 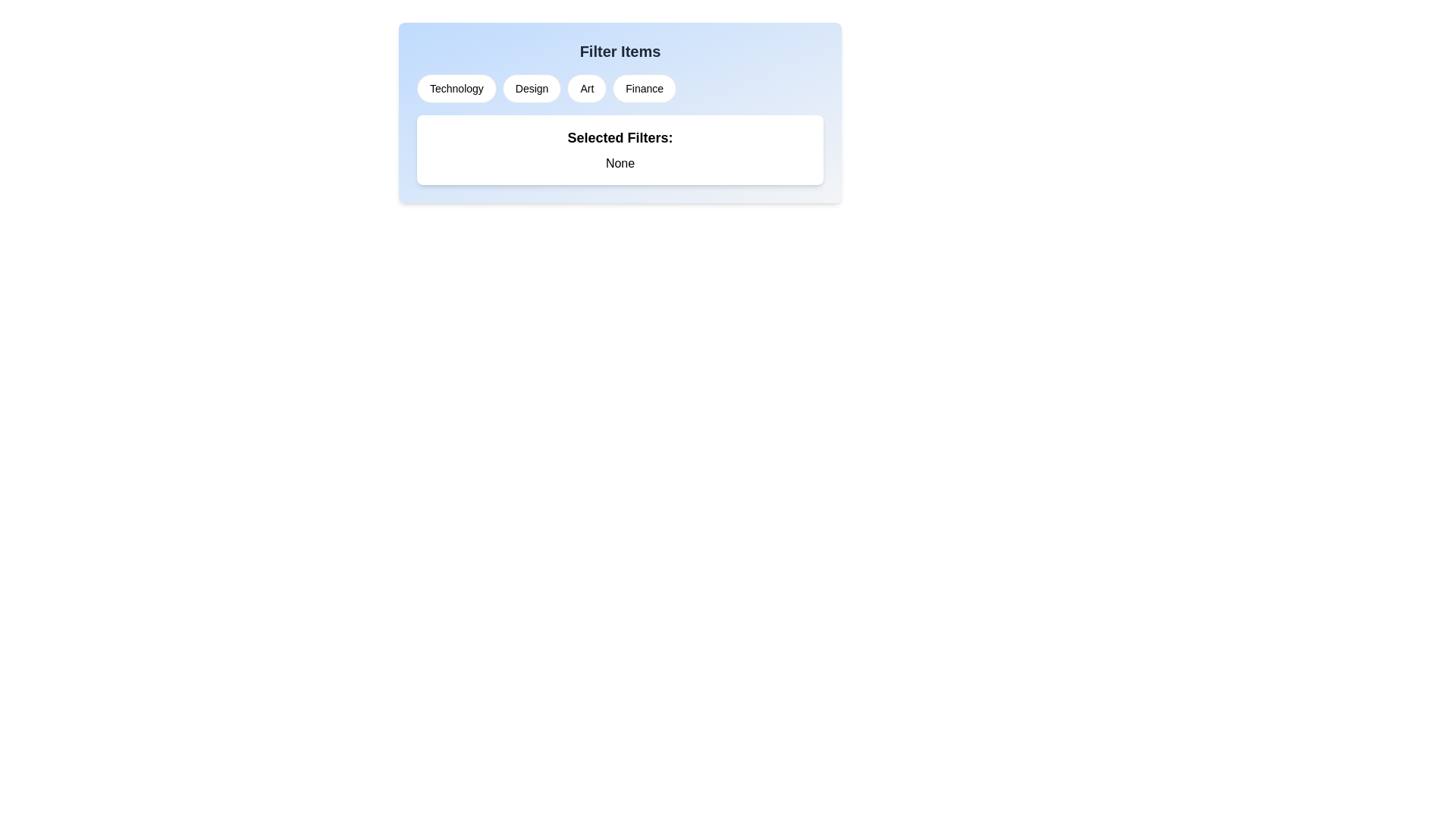 What do you see at coordinates (532, 88) in the screenshot?
I see `the filter chip labeled Design` at bounding box center [532, 88].